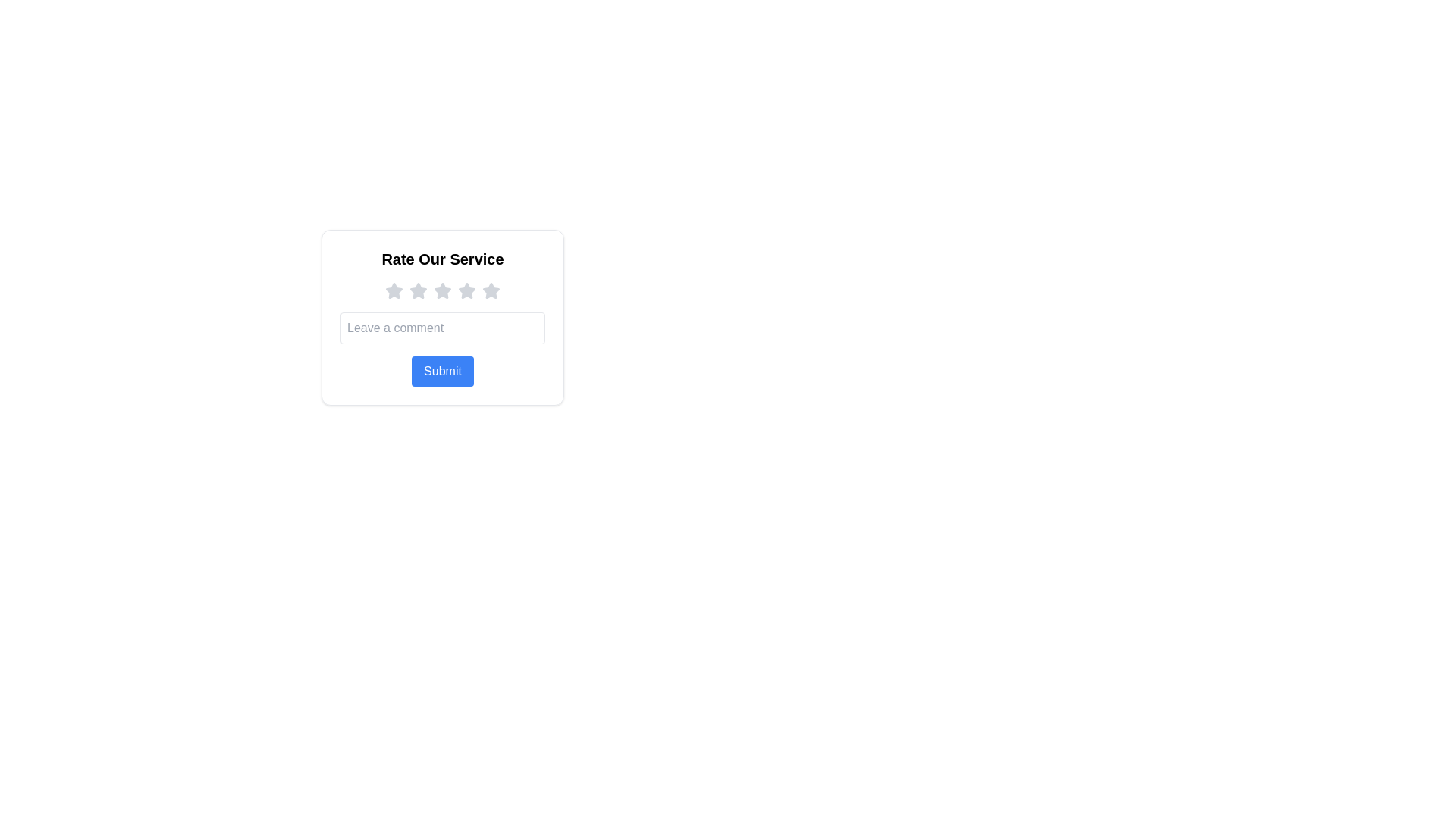 Image resolution: width=1456 pixels, height=819 pixels. Describe the element at coordinates (491, 290) in the screenshot. I see `the fifth star icon in the rating system` at that location.